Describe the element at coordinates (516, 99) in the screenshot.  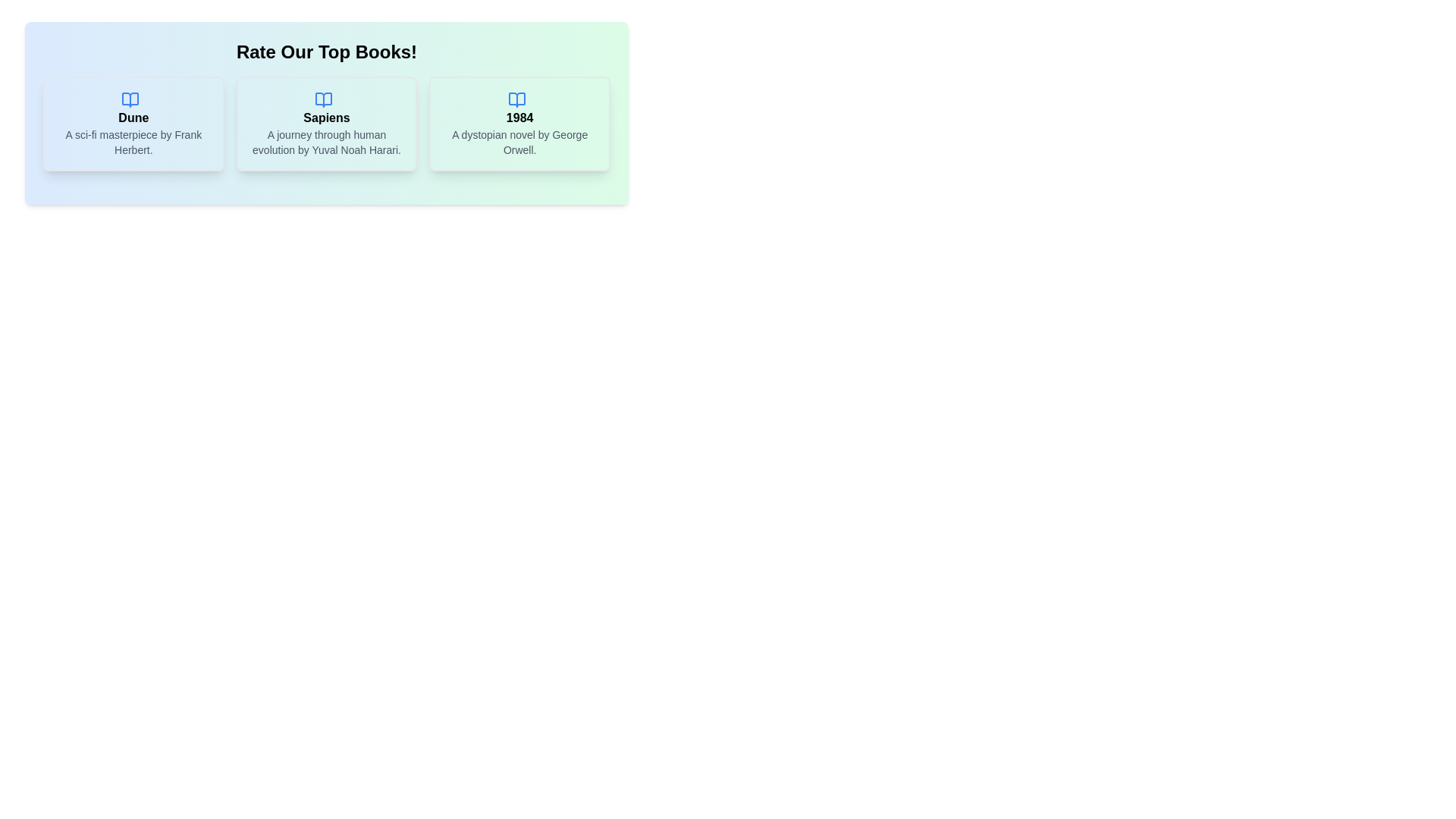
I see `the decorative book icon located in the top-left corner of the card containing the text '1984' and 'A dystopian novel by George Orwell.'` at that location.